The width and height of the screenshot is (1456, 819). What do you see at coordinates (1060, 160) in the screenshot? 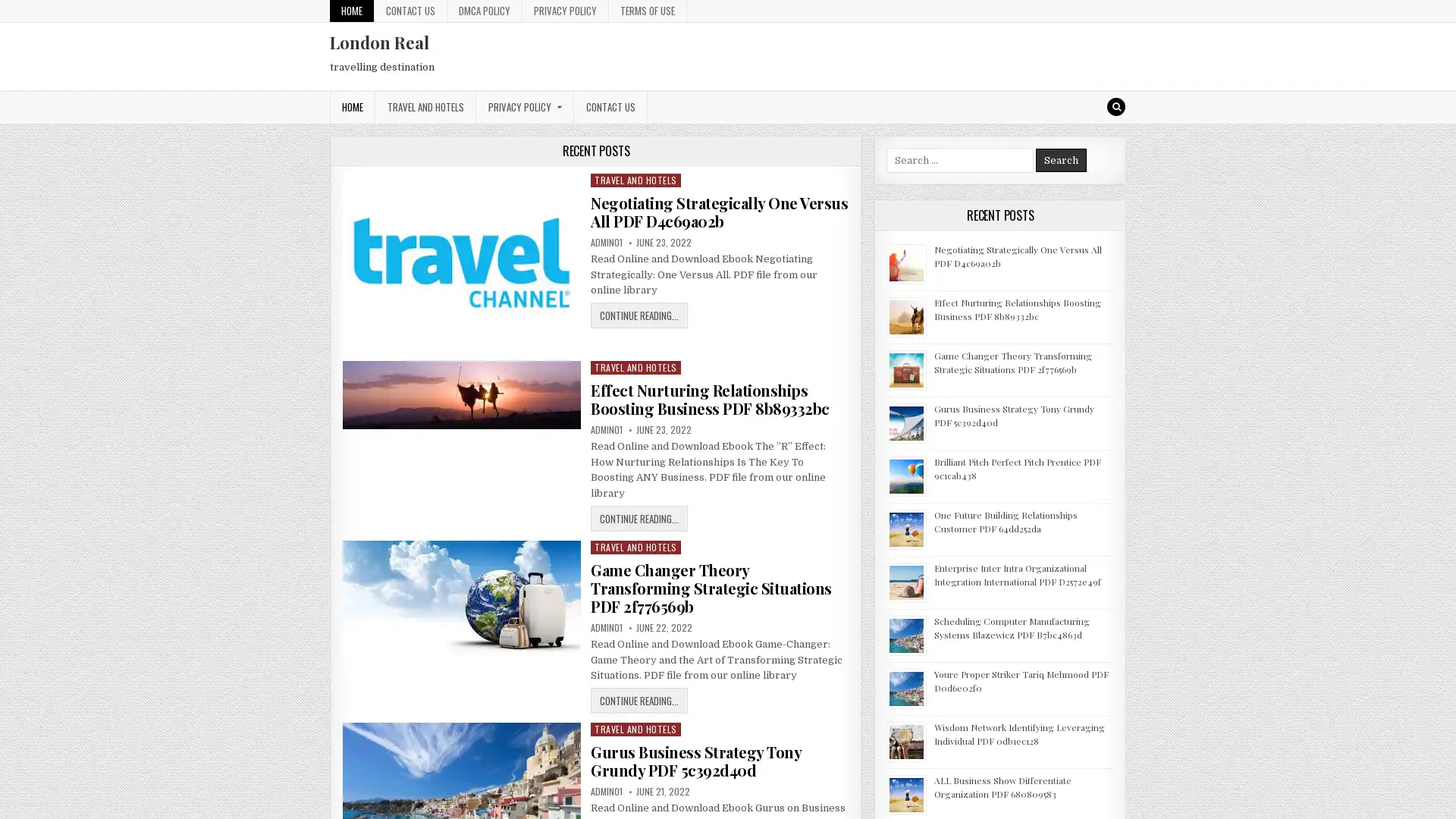
I see `Search` at bounding box center [1060, 160].